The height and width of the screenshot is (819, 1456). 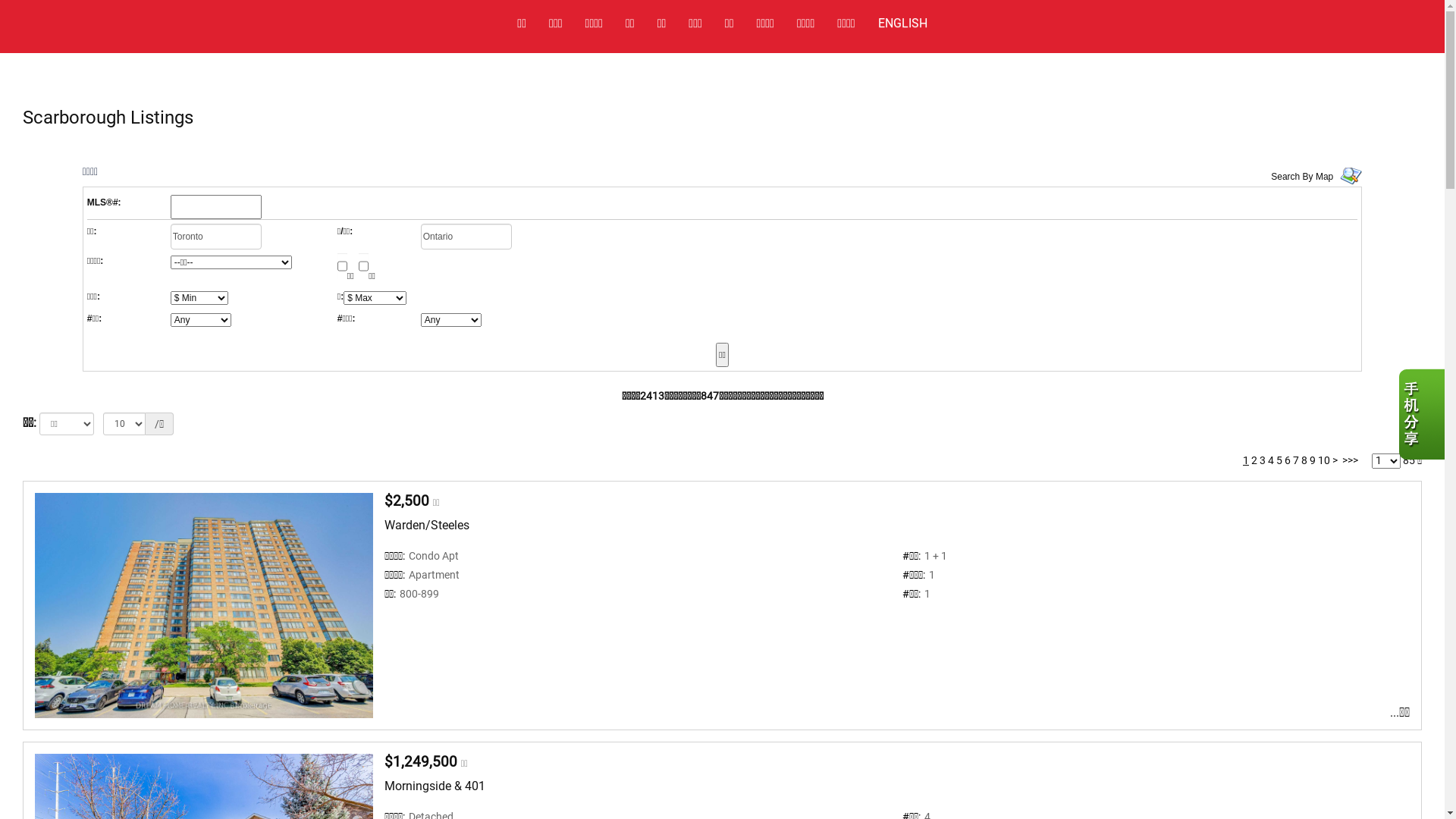 I want to click on '3', so click(x=1263, y=459).